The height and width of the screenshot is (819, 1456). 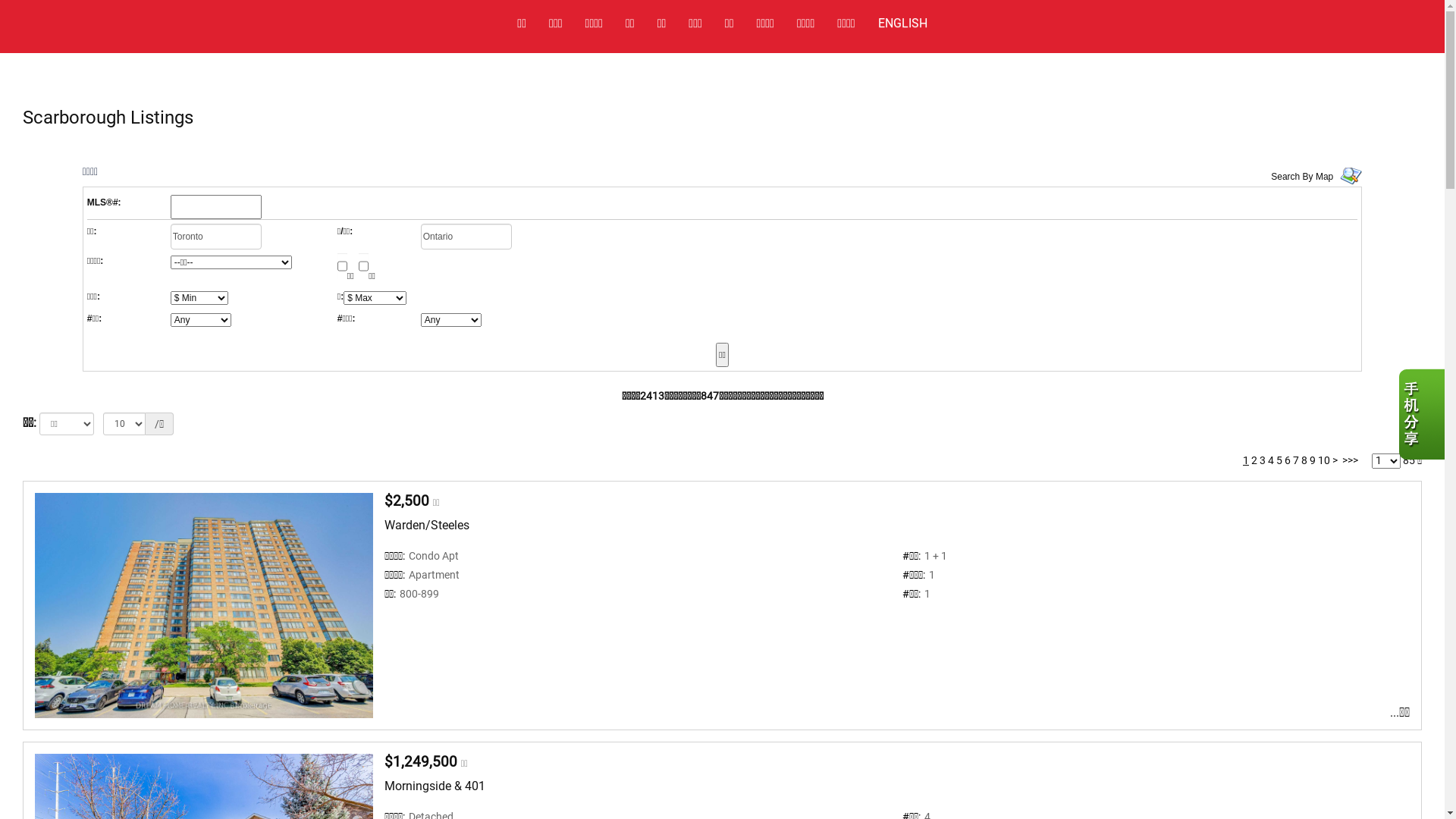 I want to click on '3', so click(x=1263, y=459).